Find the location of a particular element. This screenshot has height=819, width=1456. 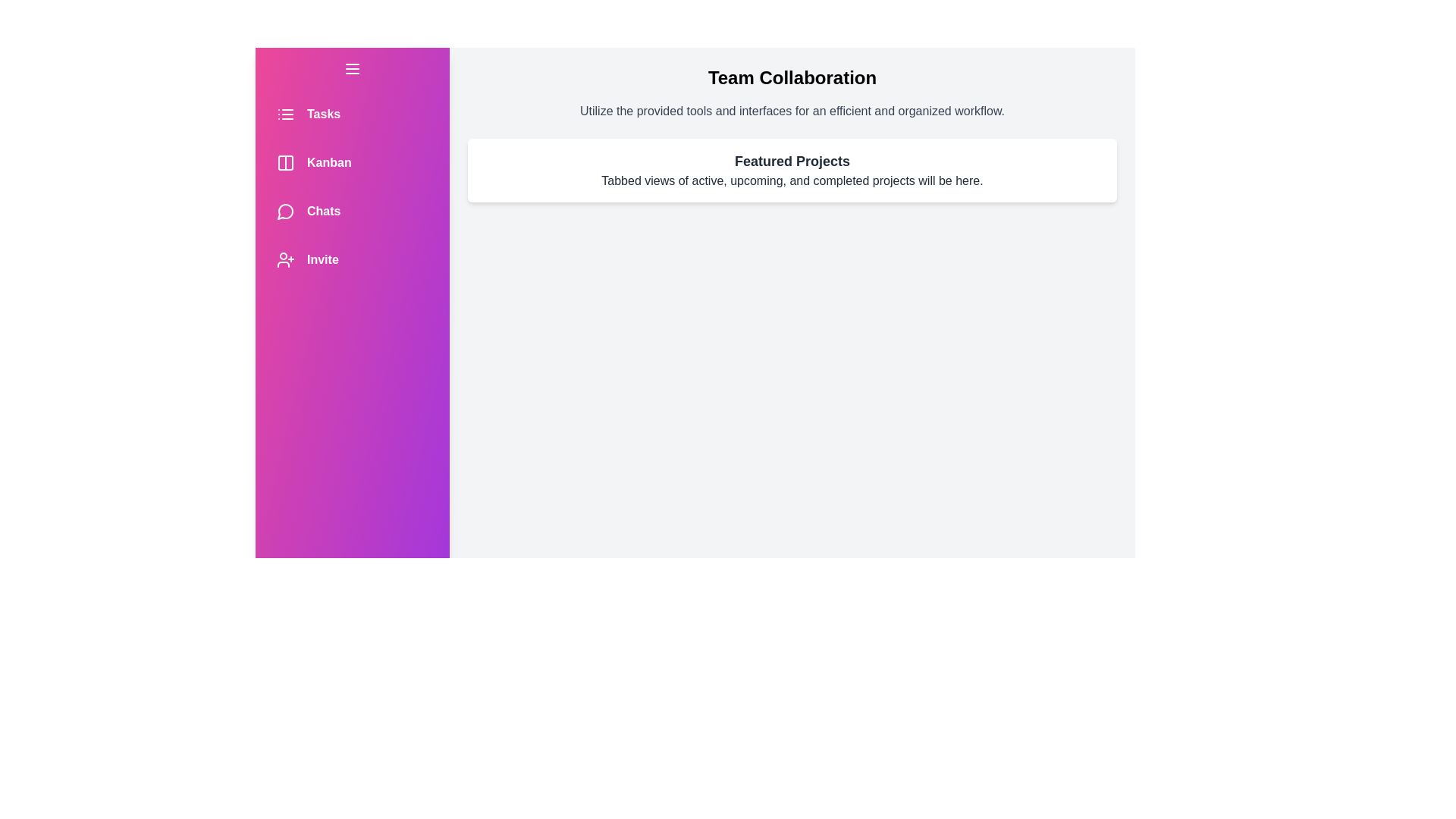

the navigation item Kanban from the drawer is located at coordinates (352, 163).